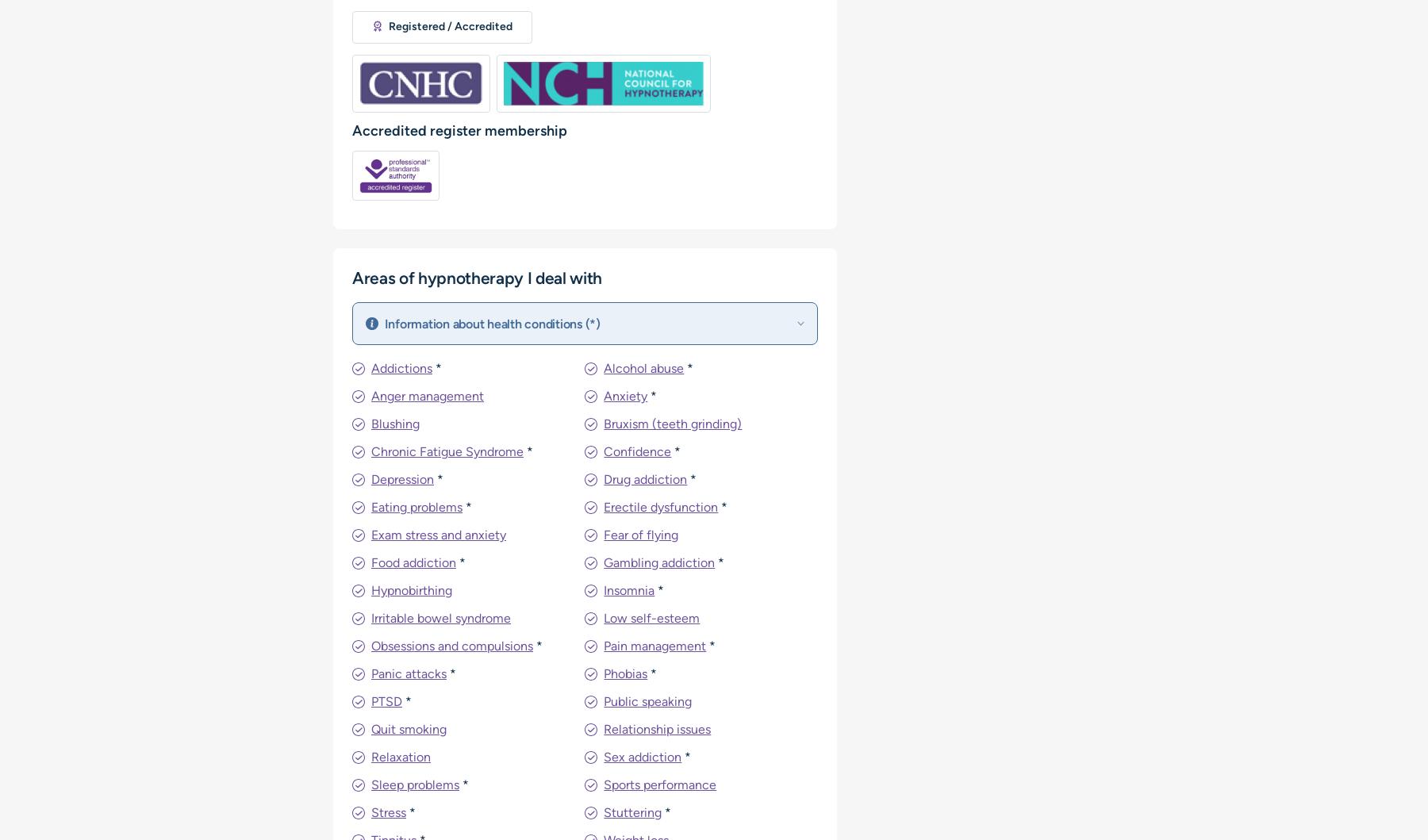 This screenshot has height=840, width=1428. Describe the element at coordinates (625, 396) in the screenshot. I see `'Anxiety'` at that location.